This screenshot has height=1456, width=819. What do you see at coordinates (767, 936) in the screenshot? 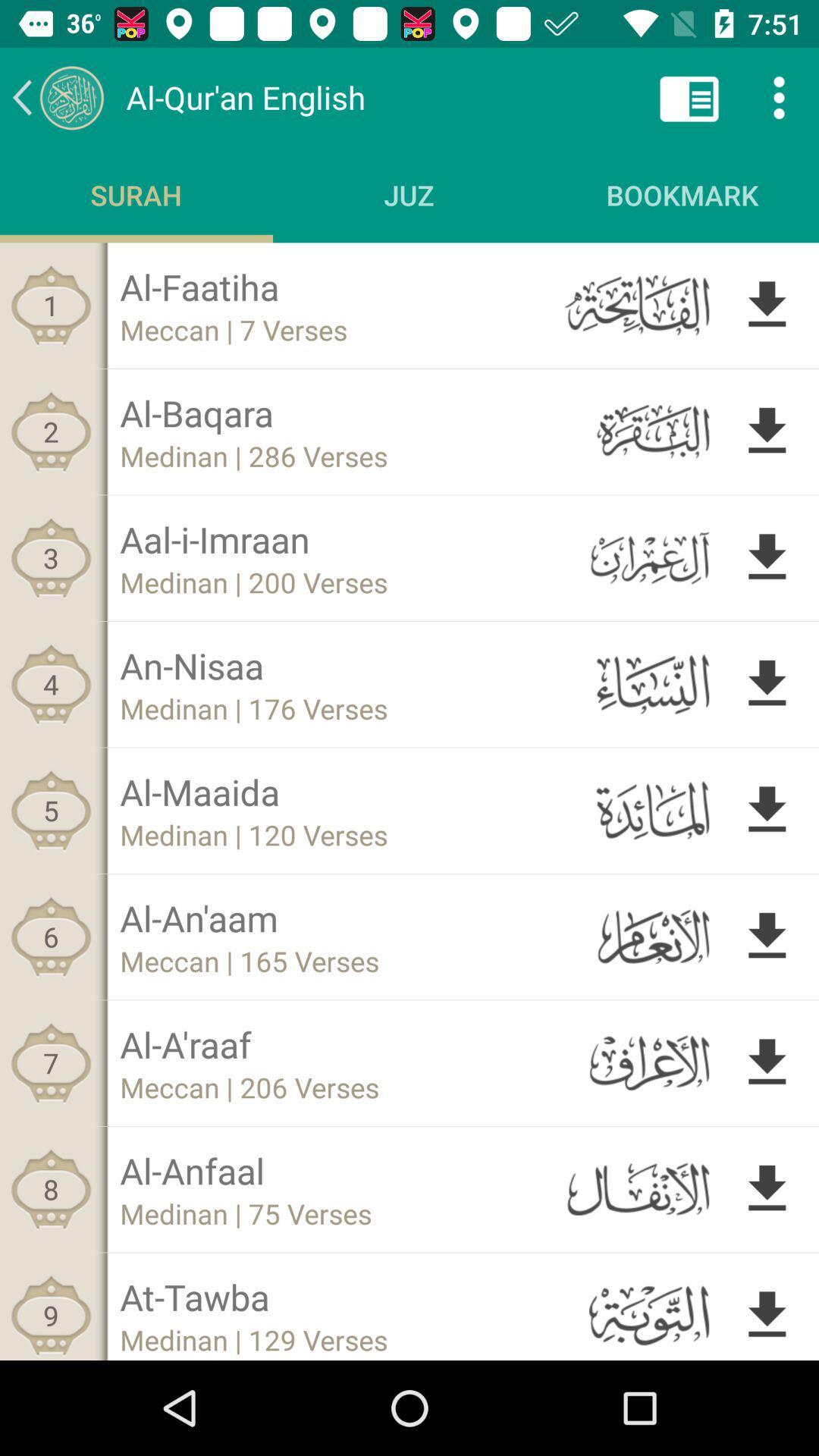
I see `download icon` at bounding box center [767, 936].